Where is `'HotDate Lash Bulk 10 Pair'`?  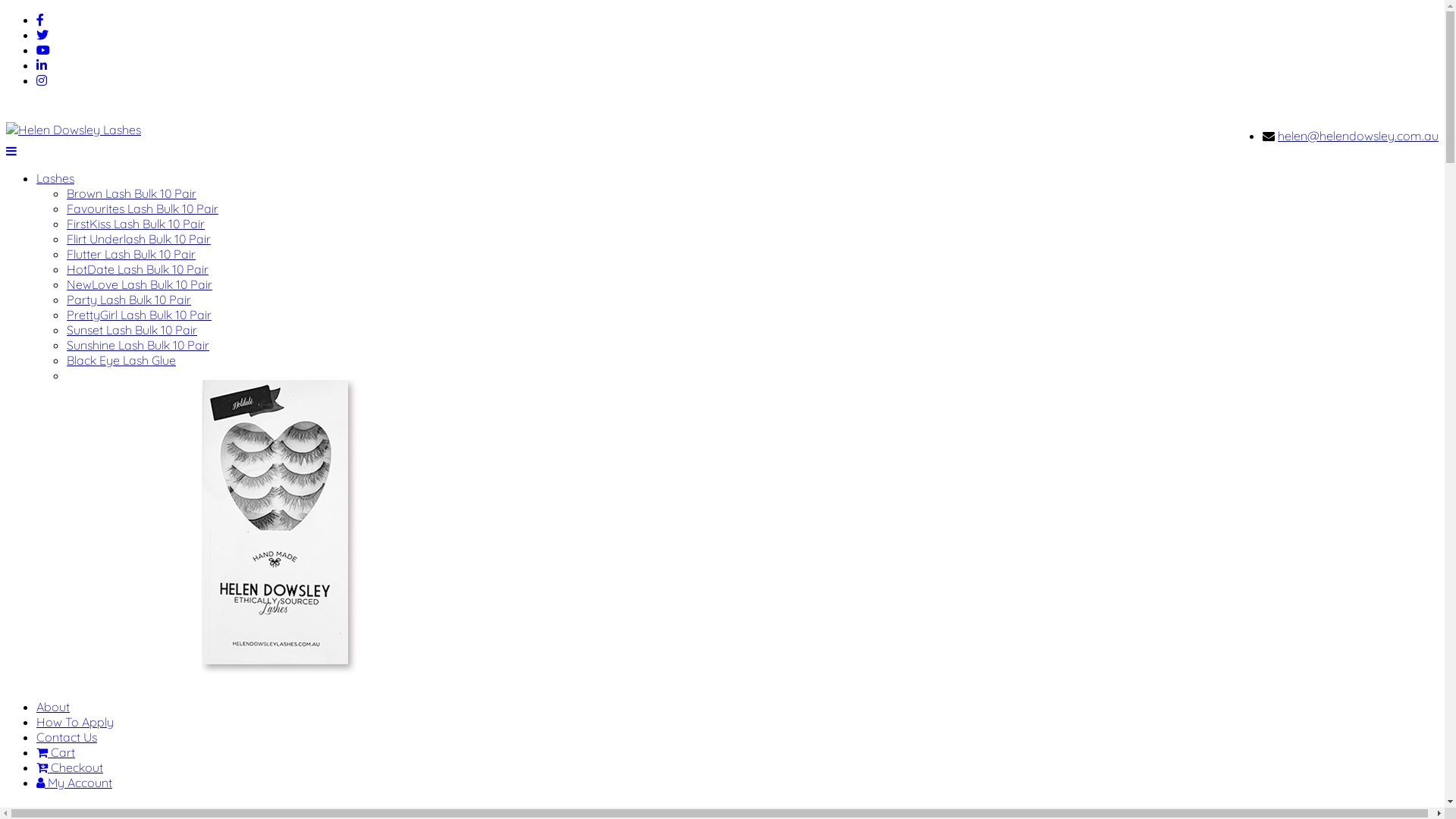 'HotDate Lash Bulk 10 Pair' is located at coordinates (137, 268).